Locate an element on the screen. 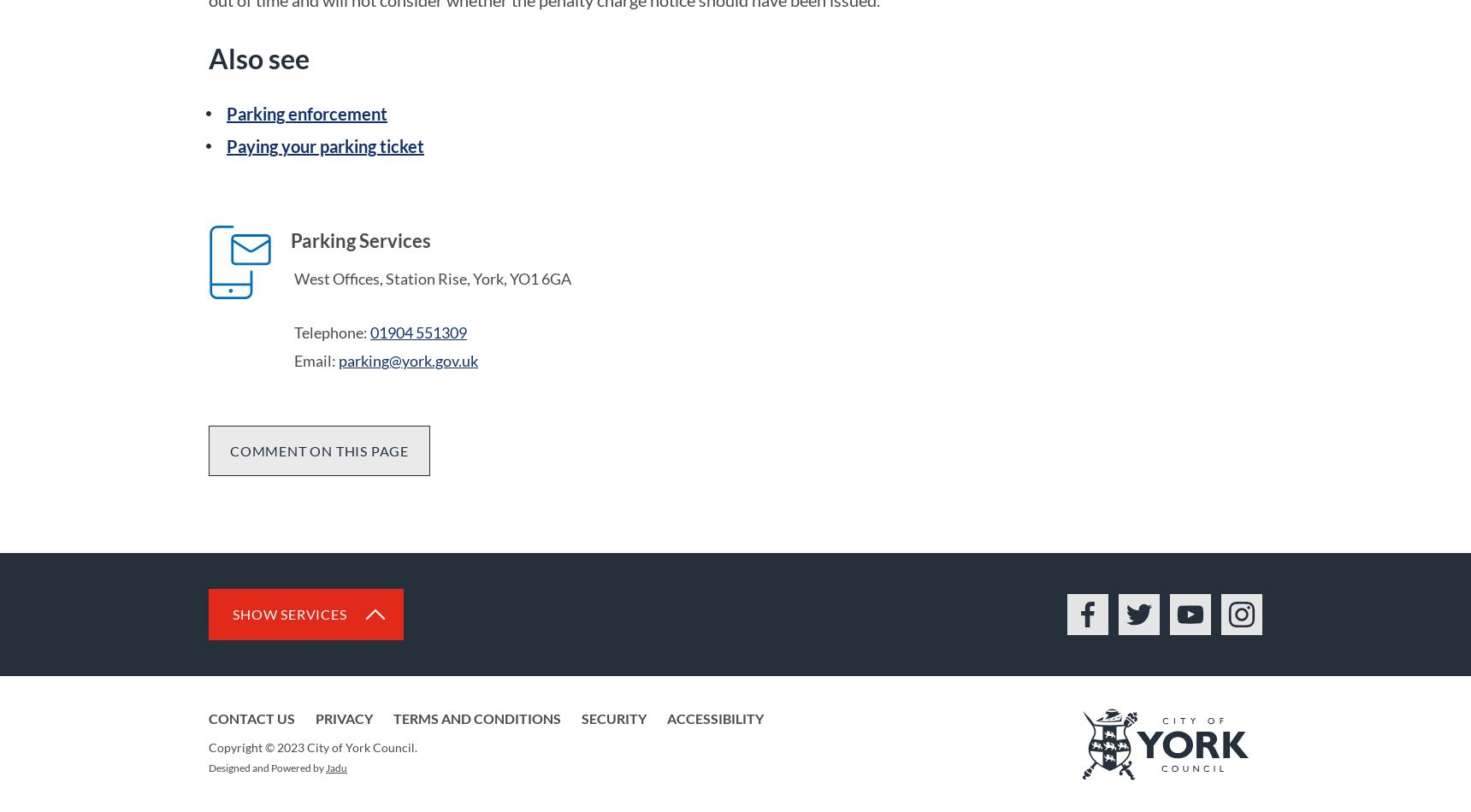 The image size is (1471, 812). 'West Offices, Station Rise, York, YO1 6GA' is located at coordinates (293, 276).